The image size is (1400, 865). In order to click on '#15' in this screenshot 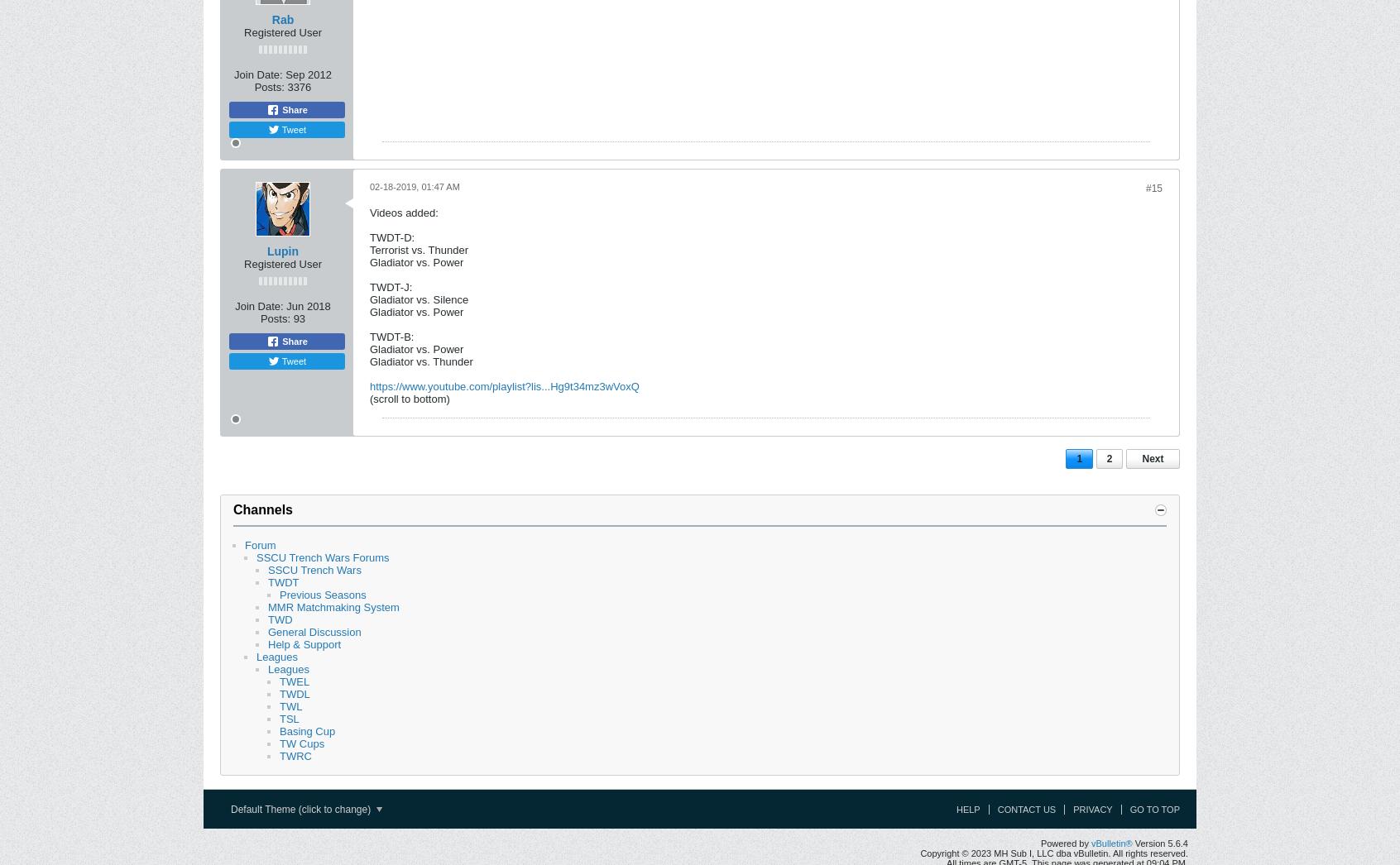, I will do `click(1153, 188)`.